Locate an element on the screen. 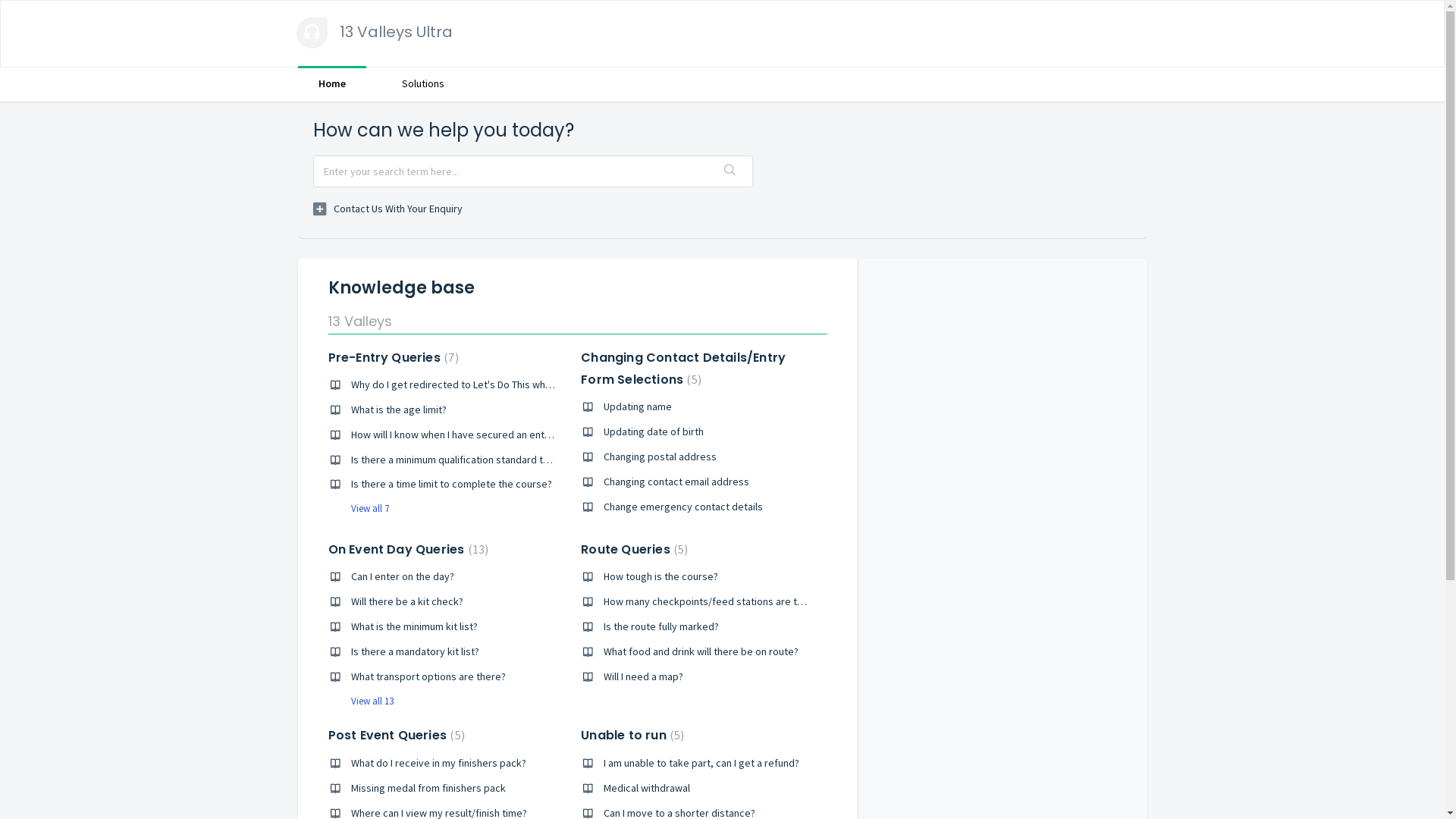  'Home' is located at coordinates (330, 83).